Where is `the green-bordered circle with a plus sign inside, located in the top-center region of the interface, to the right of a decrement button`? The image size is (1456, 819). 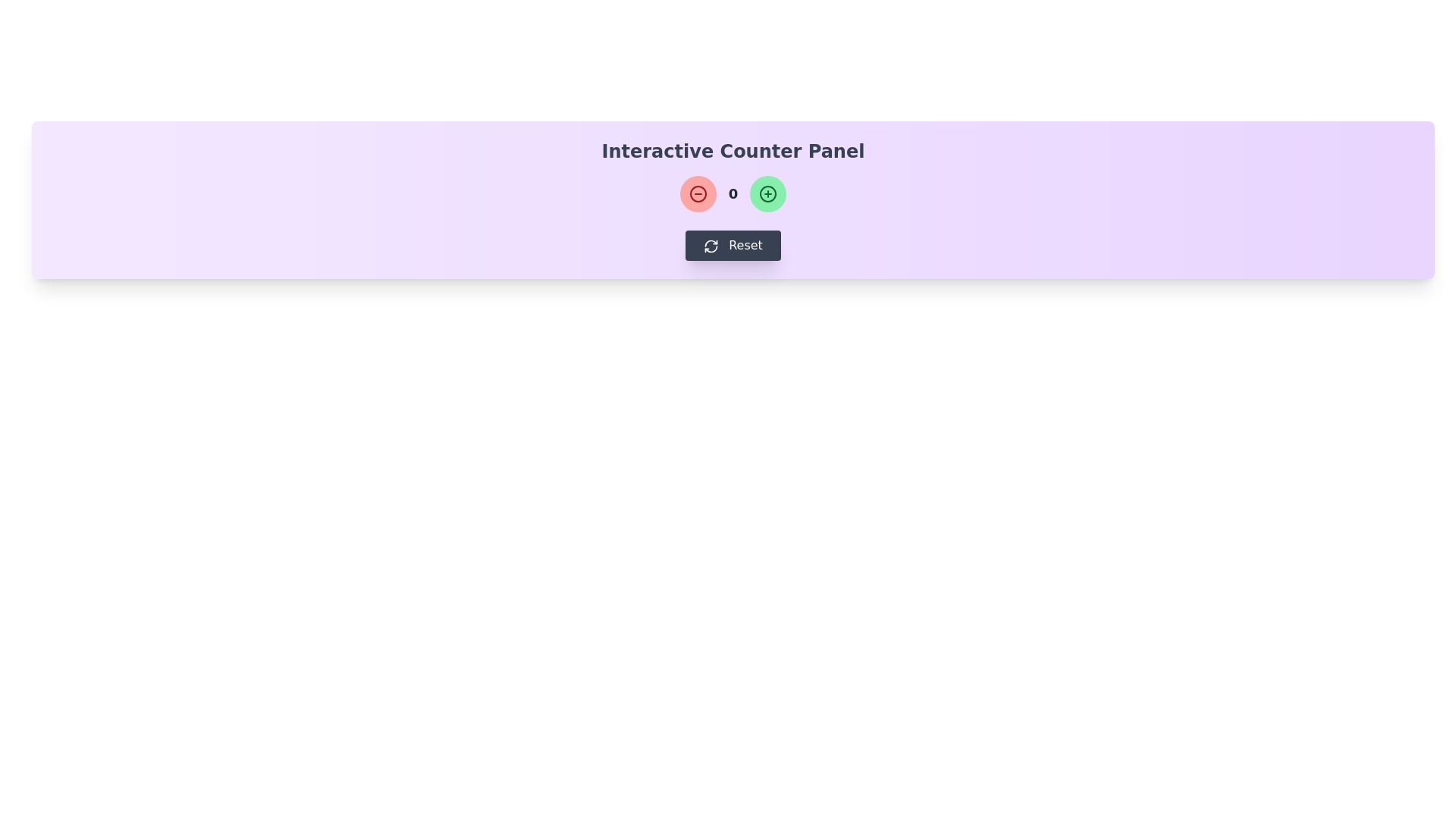 the green-bordered circle with a plus sign inside, located in the top-center region of the interface, to the right of a decrement button is located at coordinates (768, 193).